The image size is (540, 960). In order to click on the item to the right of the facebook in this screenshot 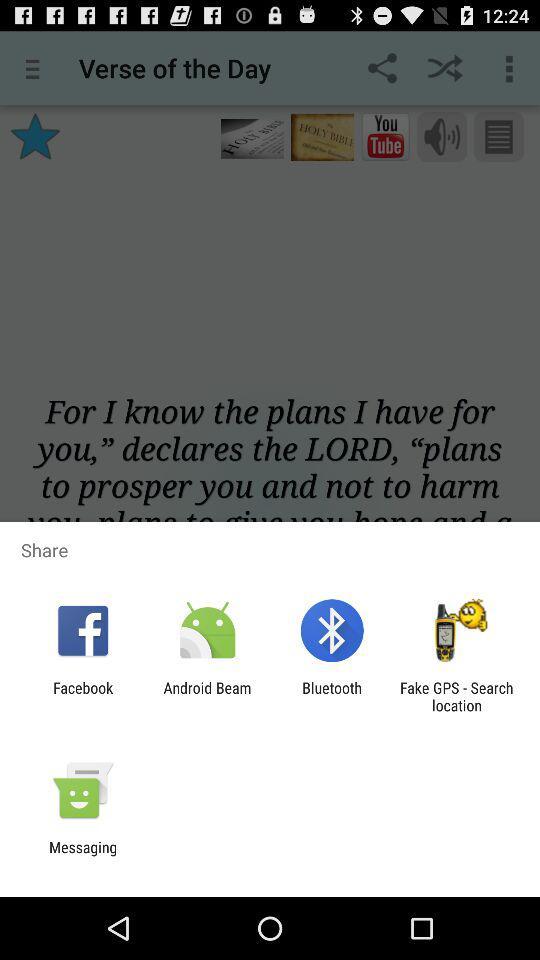, I will do `click(206, 696)`.